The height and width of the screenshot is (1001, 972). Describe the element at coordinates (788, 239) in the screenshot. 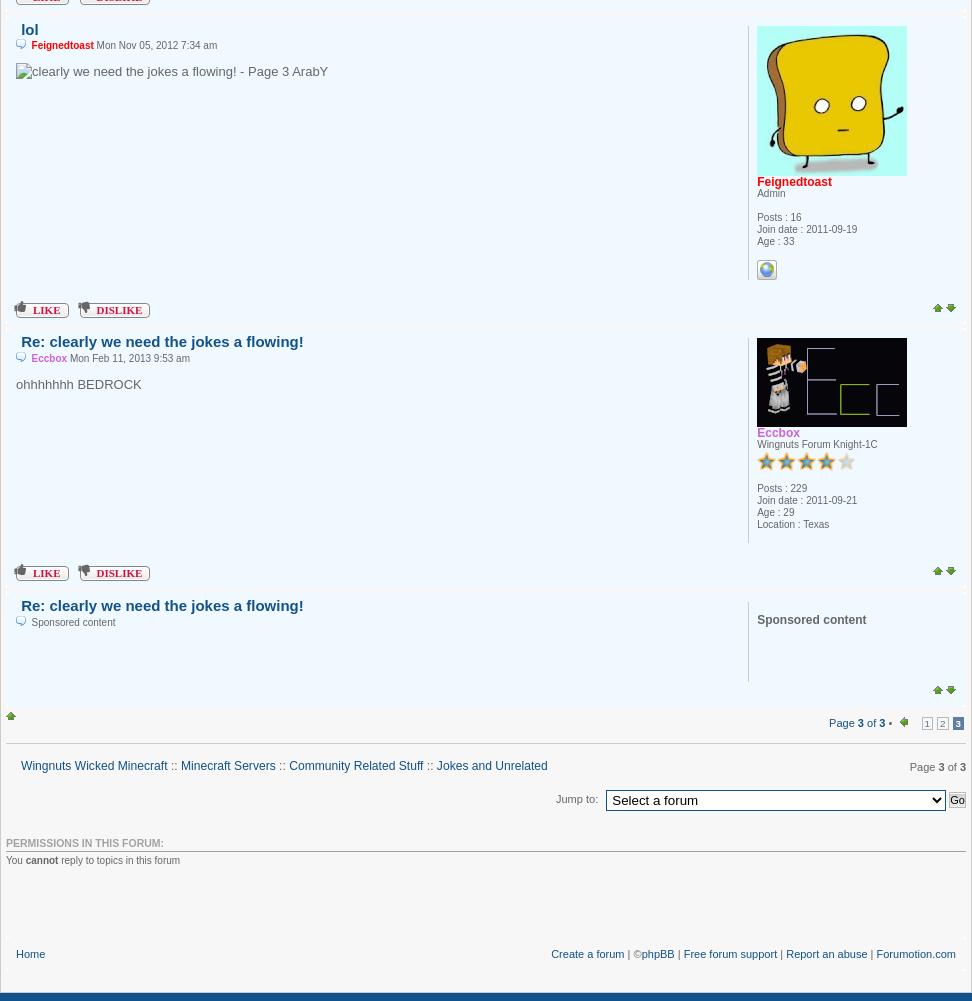

I see `'33'` at that location.